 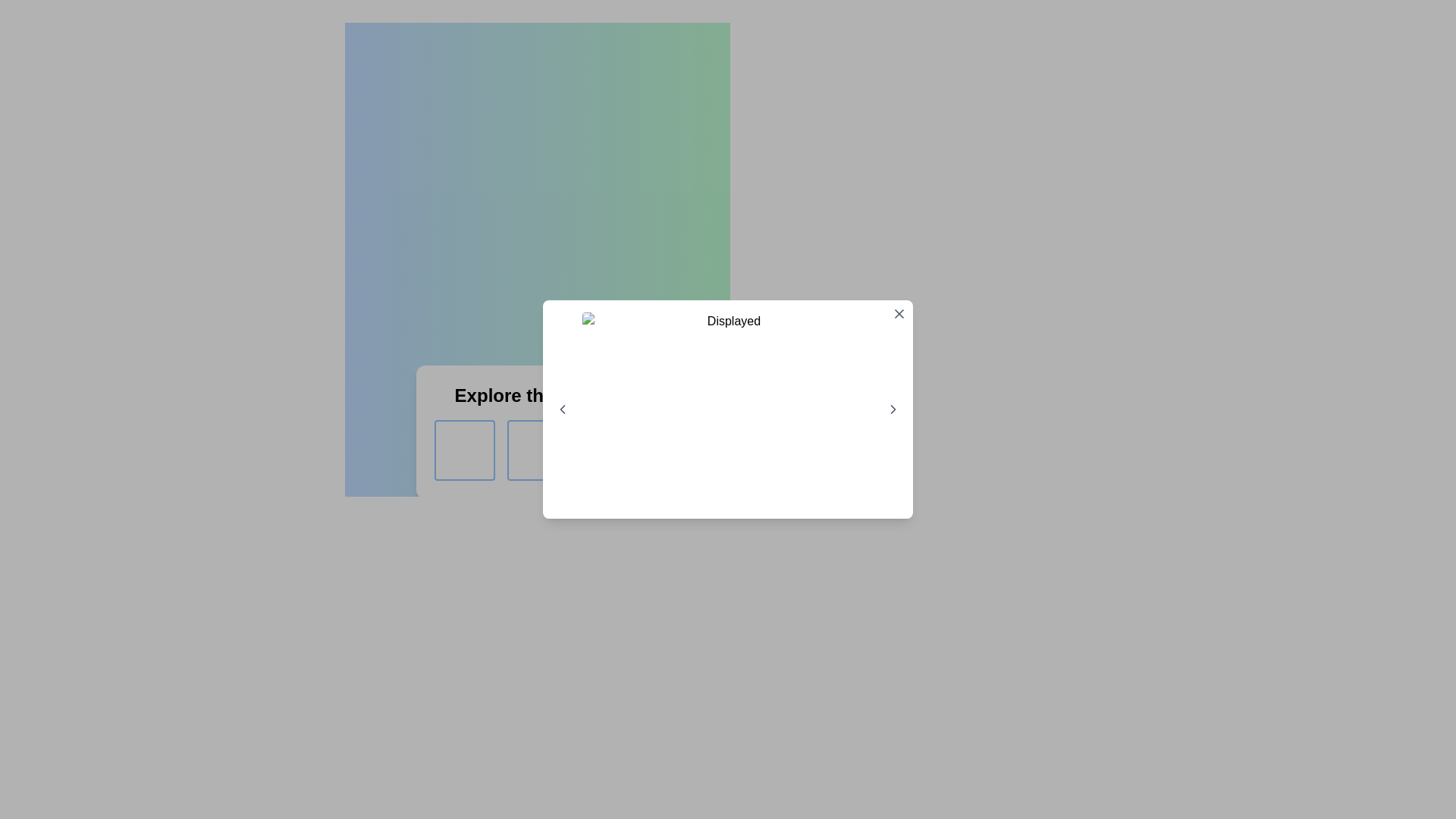 I want to click on the Icon button (Chevron Left) which serves as a navigation control, so click(x=562, y=409).